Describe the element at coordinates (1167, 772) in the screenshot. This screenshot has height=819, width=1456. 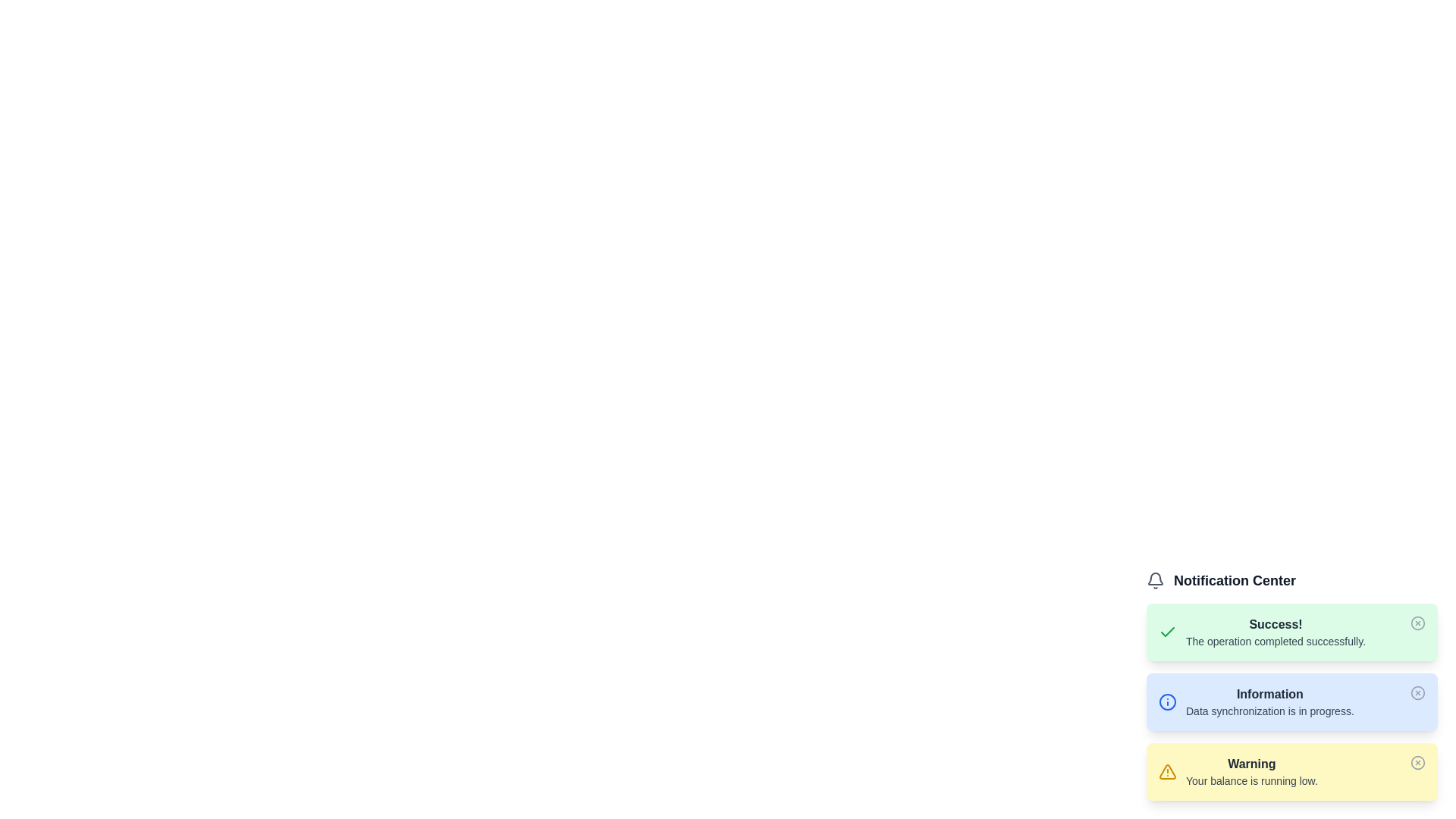
I see `the visual alert icon located to the left of the 'Warning' notification in the notification center` at that location.